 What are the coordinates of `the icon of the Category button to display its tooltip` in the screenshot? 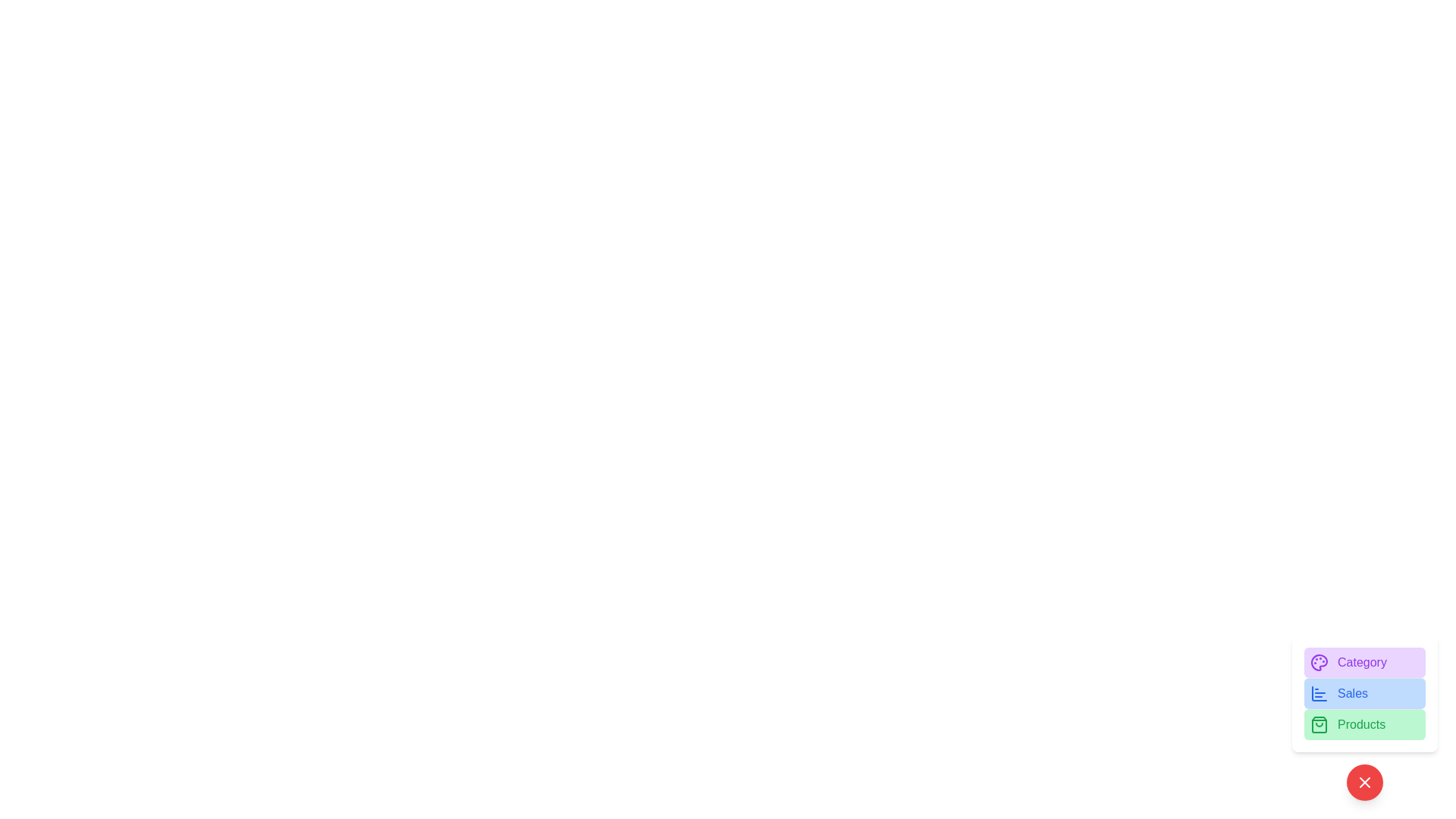 It's located at (1318, 662).